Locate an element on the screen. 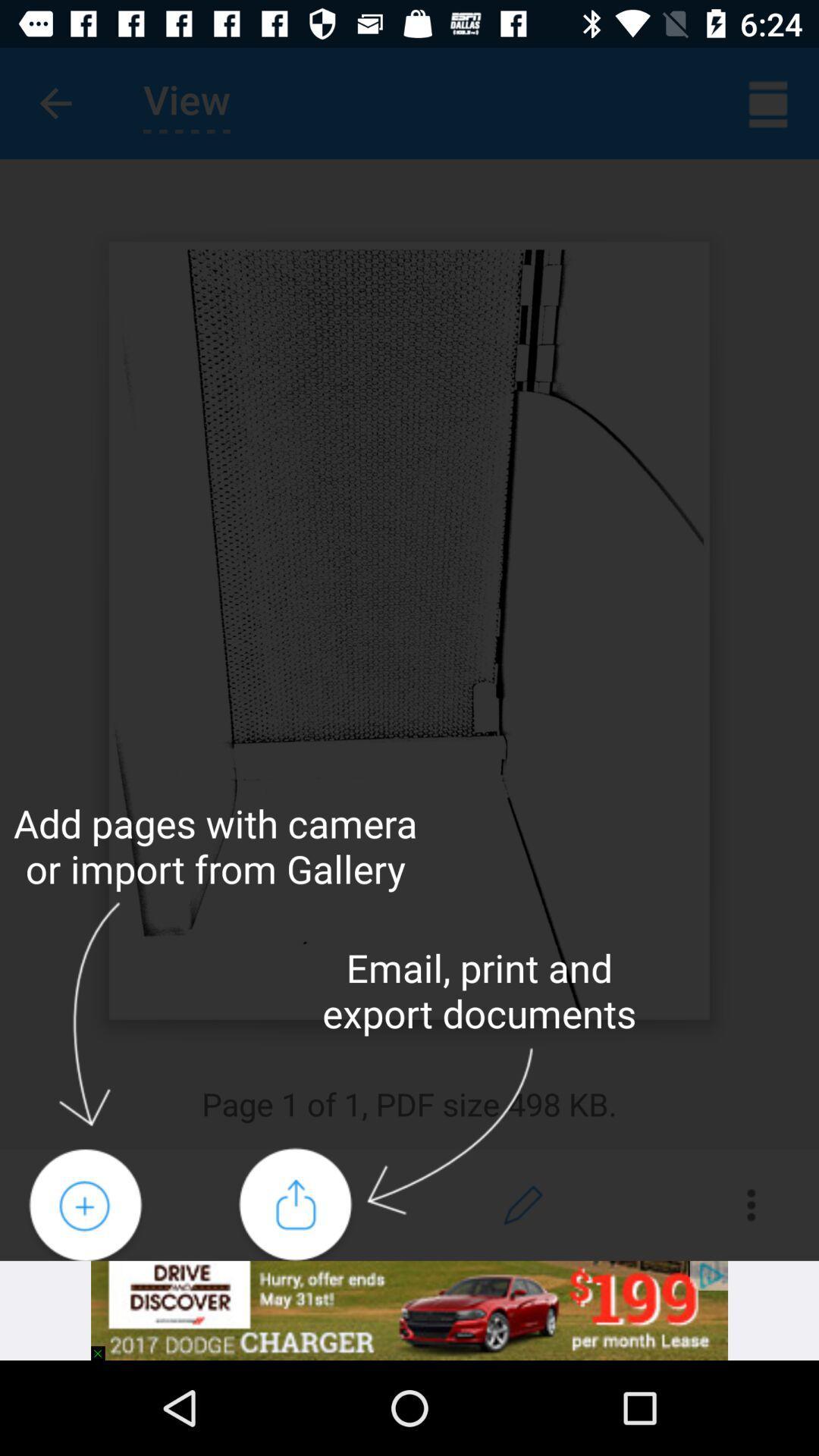 The image size is (819, 1456). the add icon is located at coordinates (67, 1204).